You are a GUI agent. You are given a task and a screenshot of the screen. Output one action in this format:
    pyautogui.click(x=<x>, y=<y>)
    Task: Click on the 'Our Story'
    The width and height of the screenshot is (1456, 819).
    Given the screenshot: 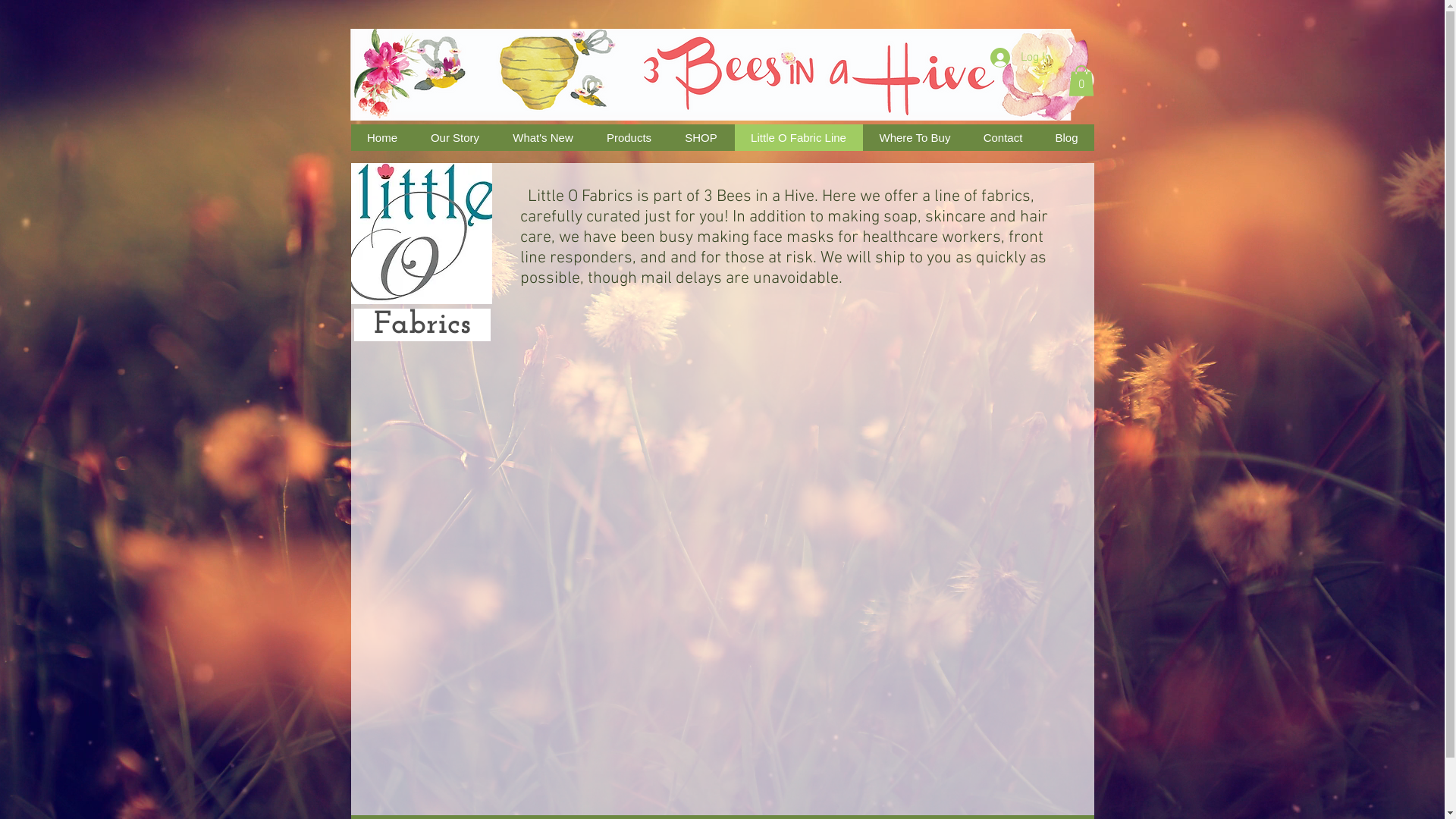 What is the action you would take?
    pyautogui.click(x=454, y=137)
    